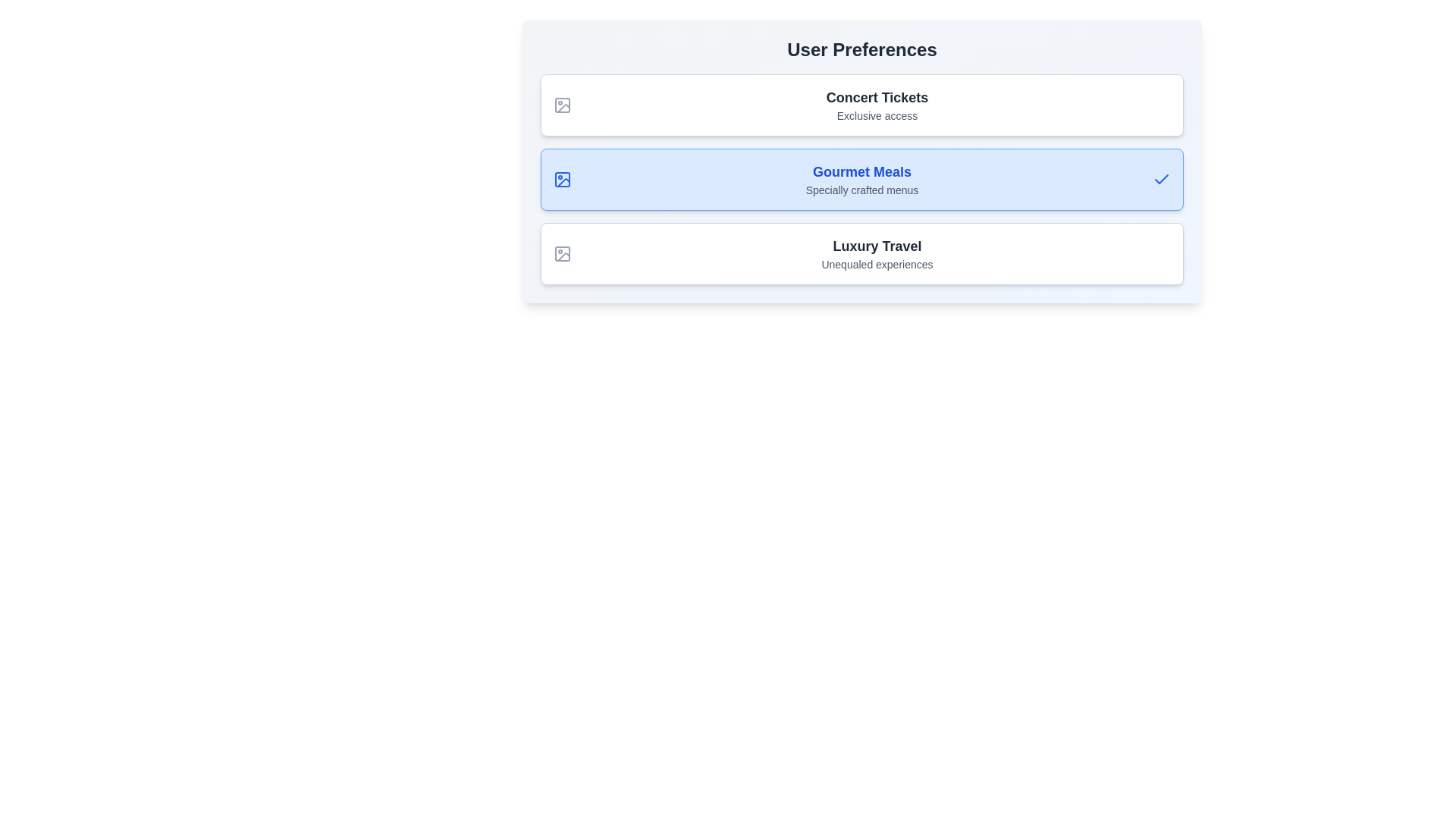 This screenshot has height=819, width=1456. I want to click on the preference item Concert Tickets, so click(862, 104).